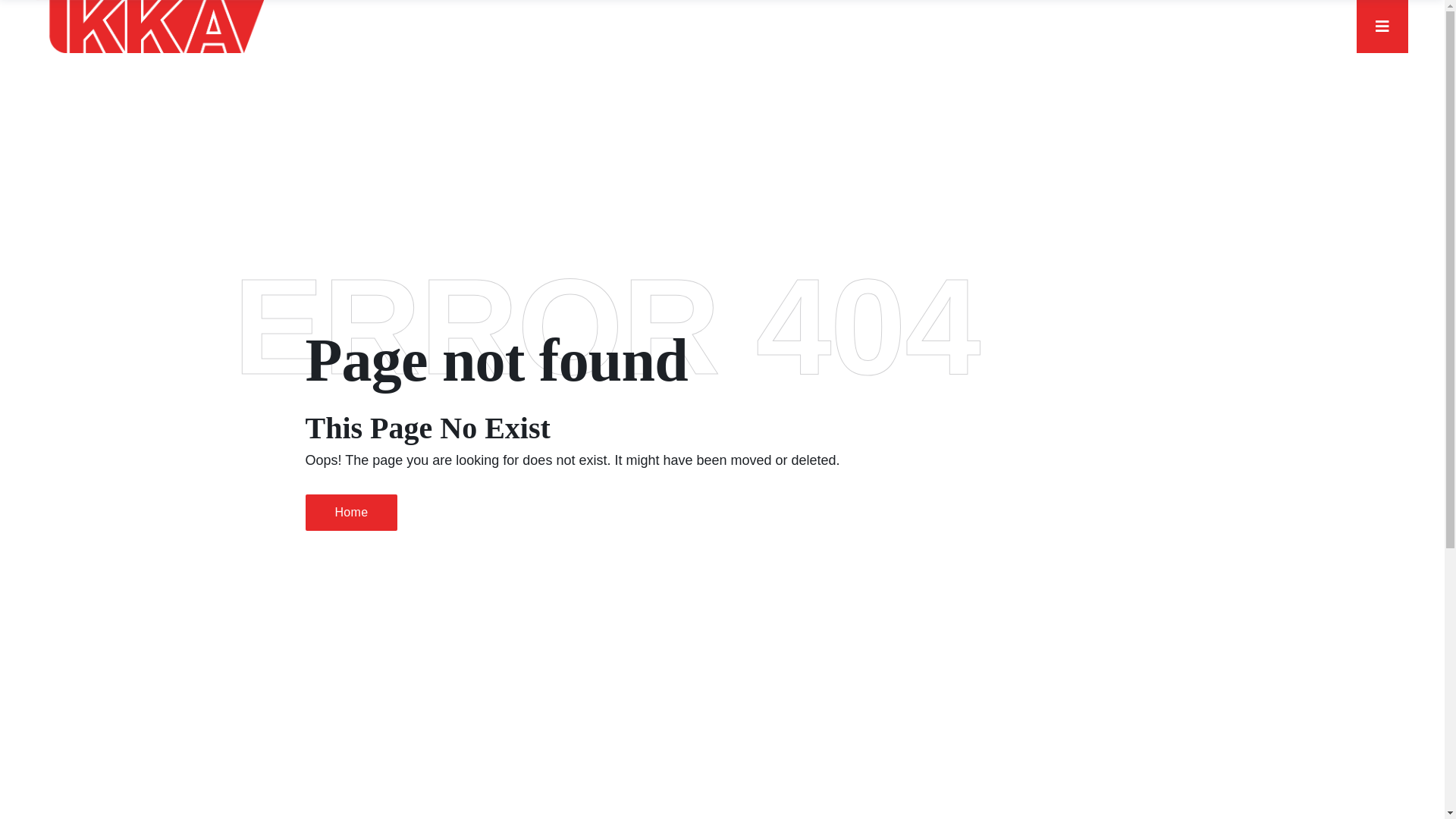 This screenshot has width=1456, height=819. What do you see at coordinates (350, 512) in the screenshot?
I see `'Home'` at bounding box center [350, 512].